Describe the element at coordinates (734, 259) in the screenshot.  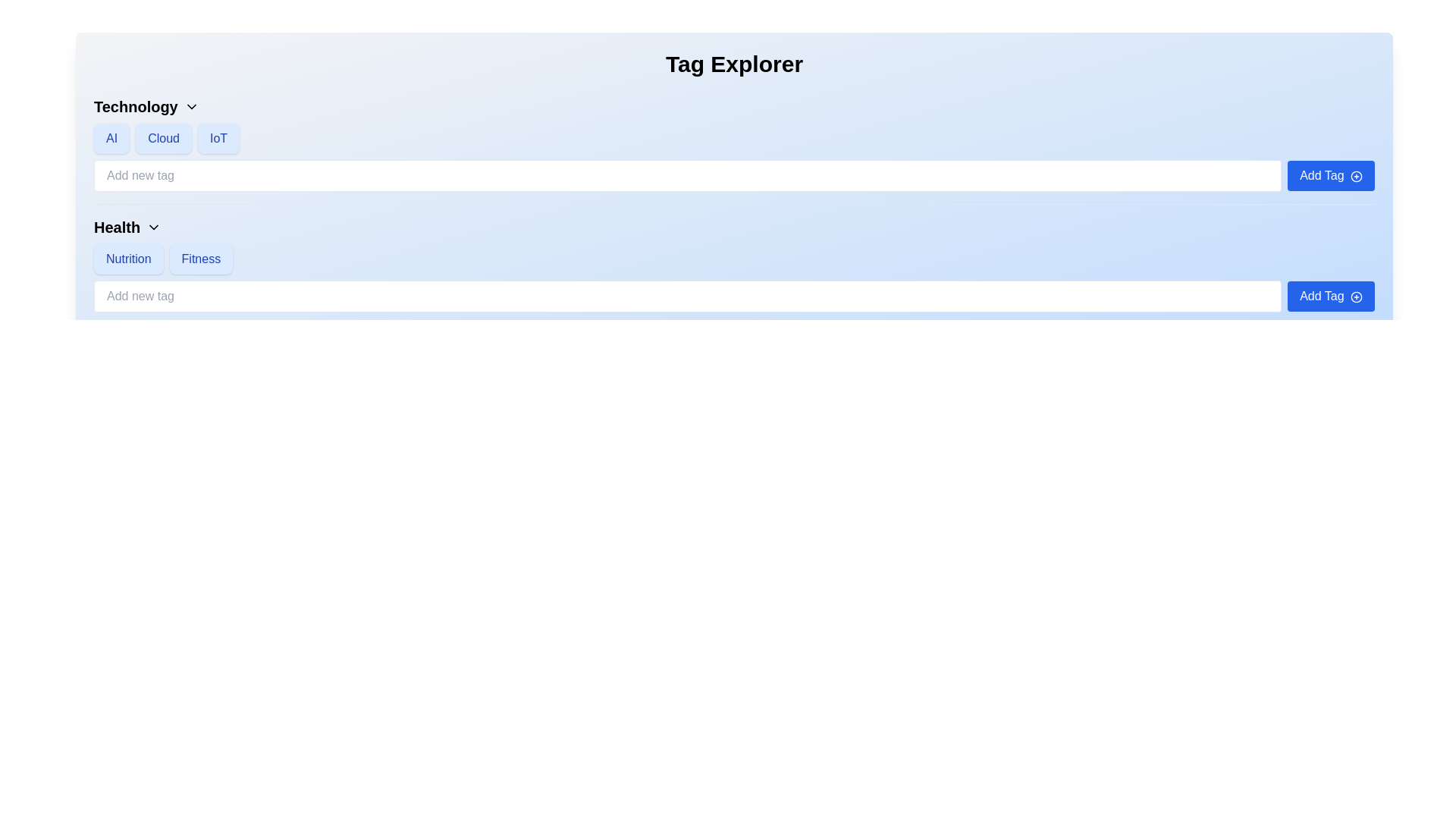
I see `the Tag collection group related to the 'Health' category, which is centrally positioned under its section` at that location.